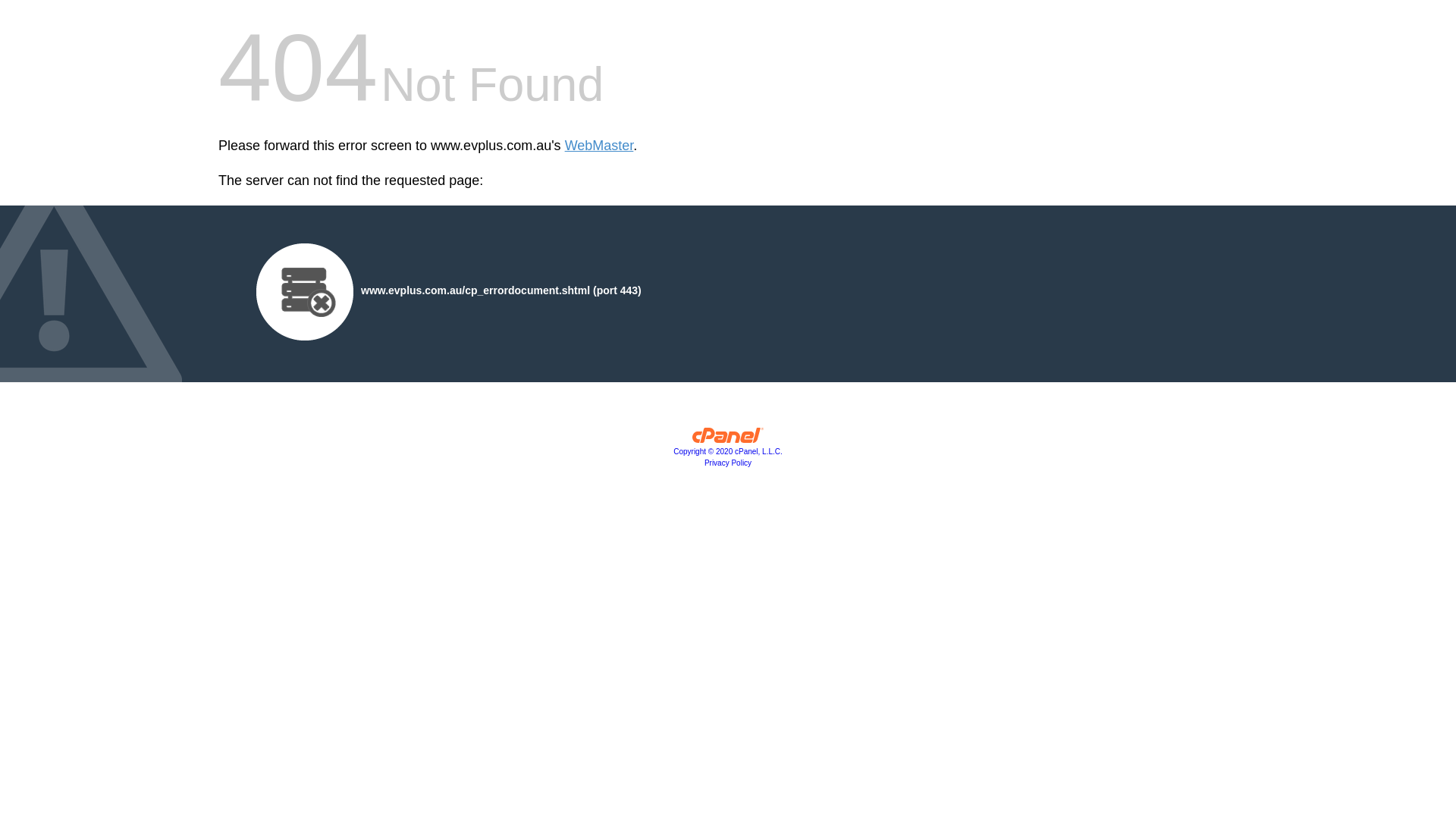  What do you see at coordinates (704, 462) in the screenshot?
I see `'Privacy Policy'` at bounding box center [704, 462].